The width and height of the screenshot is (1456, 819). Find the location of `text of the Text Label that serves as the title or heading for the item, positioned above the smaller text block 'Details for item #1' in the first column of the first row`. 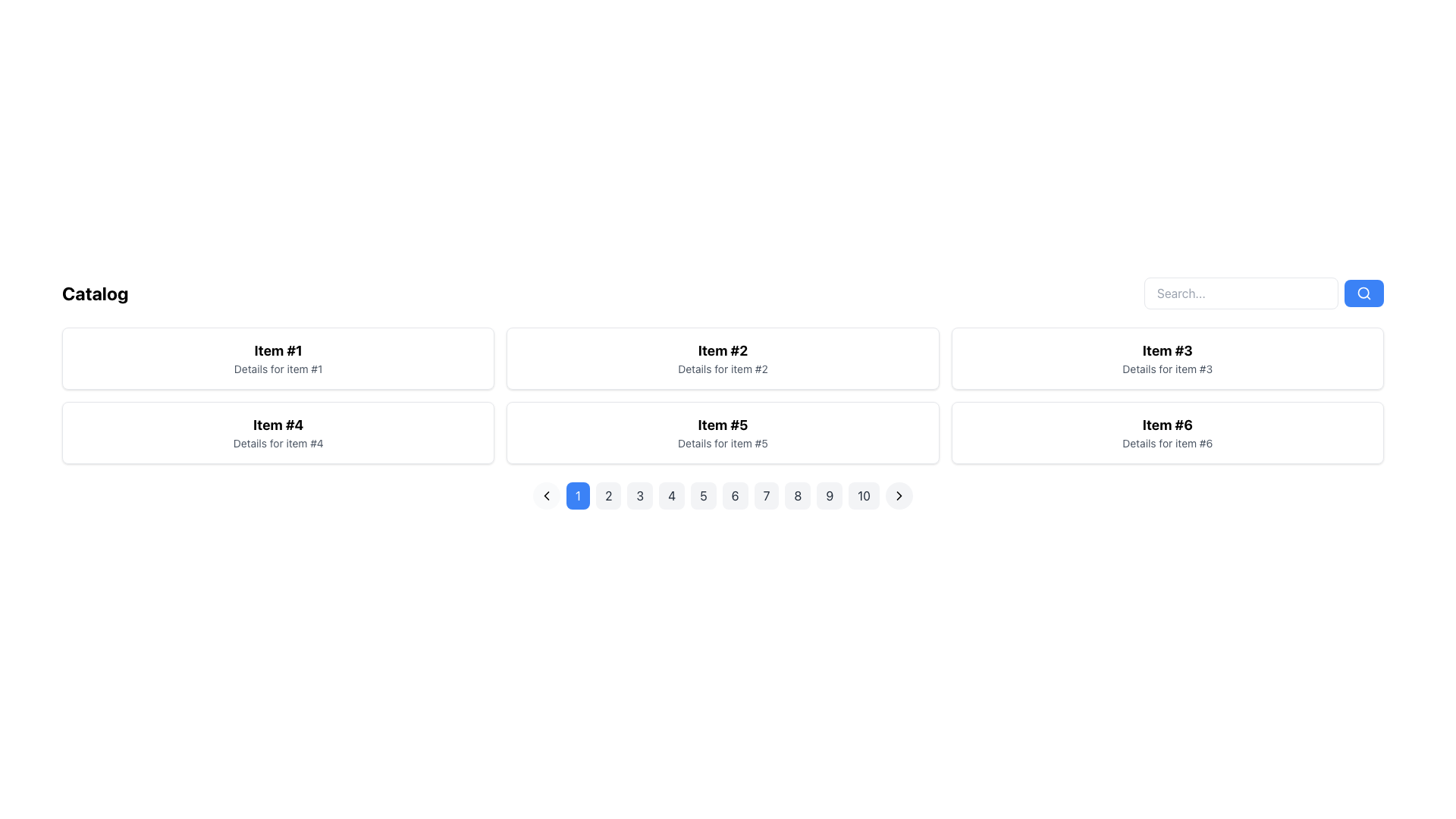

text of the Text Label that serves as the title or heading for the item, positioned above the smaller text block 'Details for item #1' in the first column of the first row is located at coordinates (278, 350).